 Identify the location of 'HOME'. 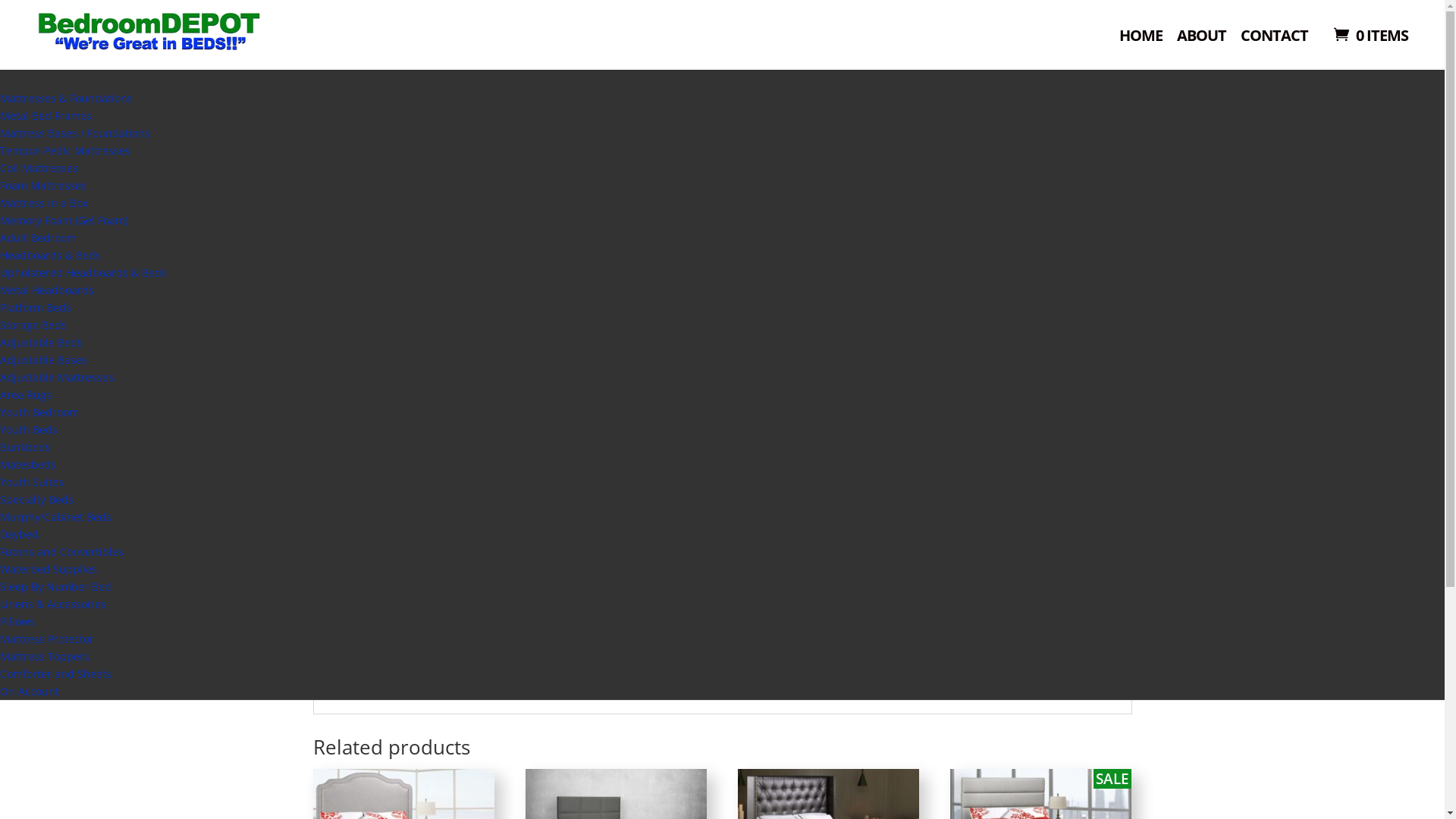
(1141, 40).